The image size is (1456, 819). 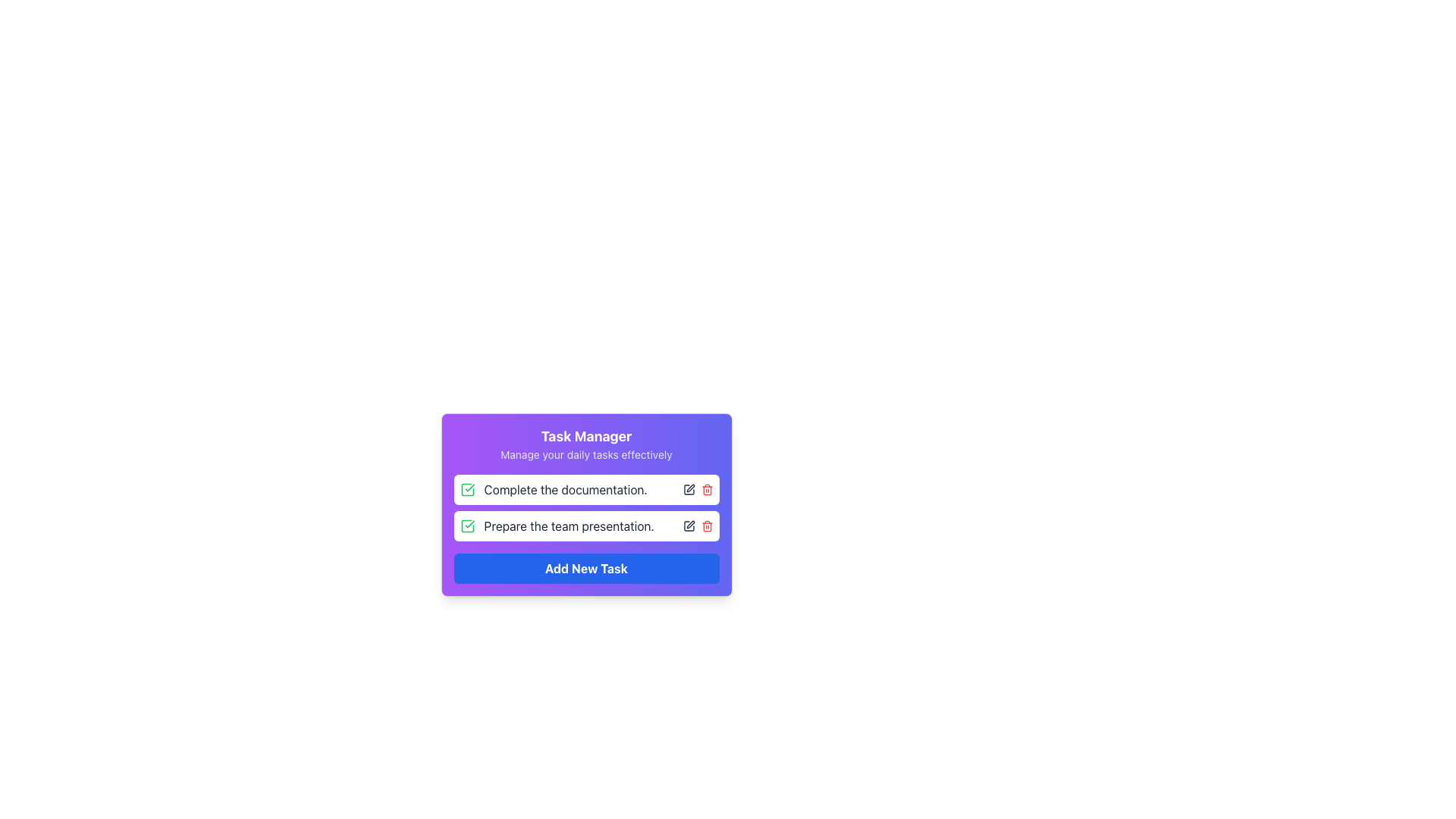 What do you see at coordinates (585, 489) in the screenshot?
I see `the first task item card in the task management system to mark it as completed` at bounding box center [585, 489].